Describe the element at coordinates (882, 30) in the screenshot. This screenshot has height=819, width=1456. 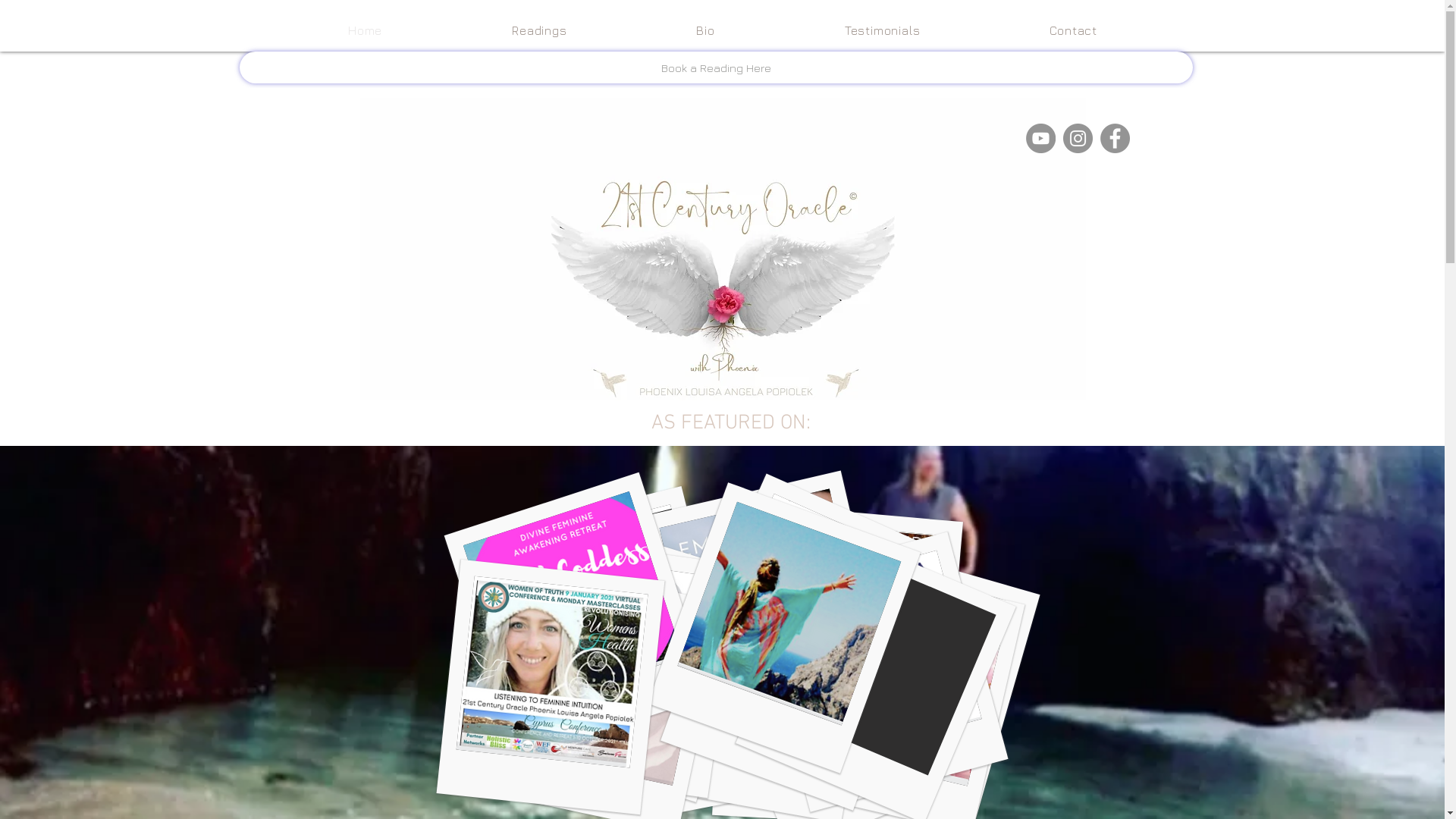
I see `'Testimonials'` at that location.